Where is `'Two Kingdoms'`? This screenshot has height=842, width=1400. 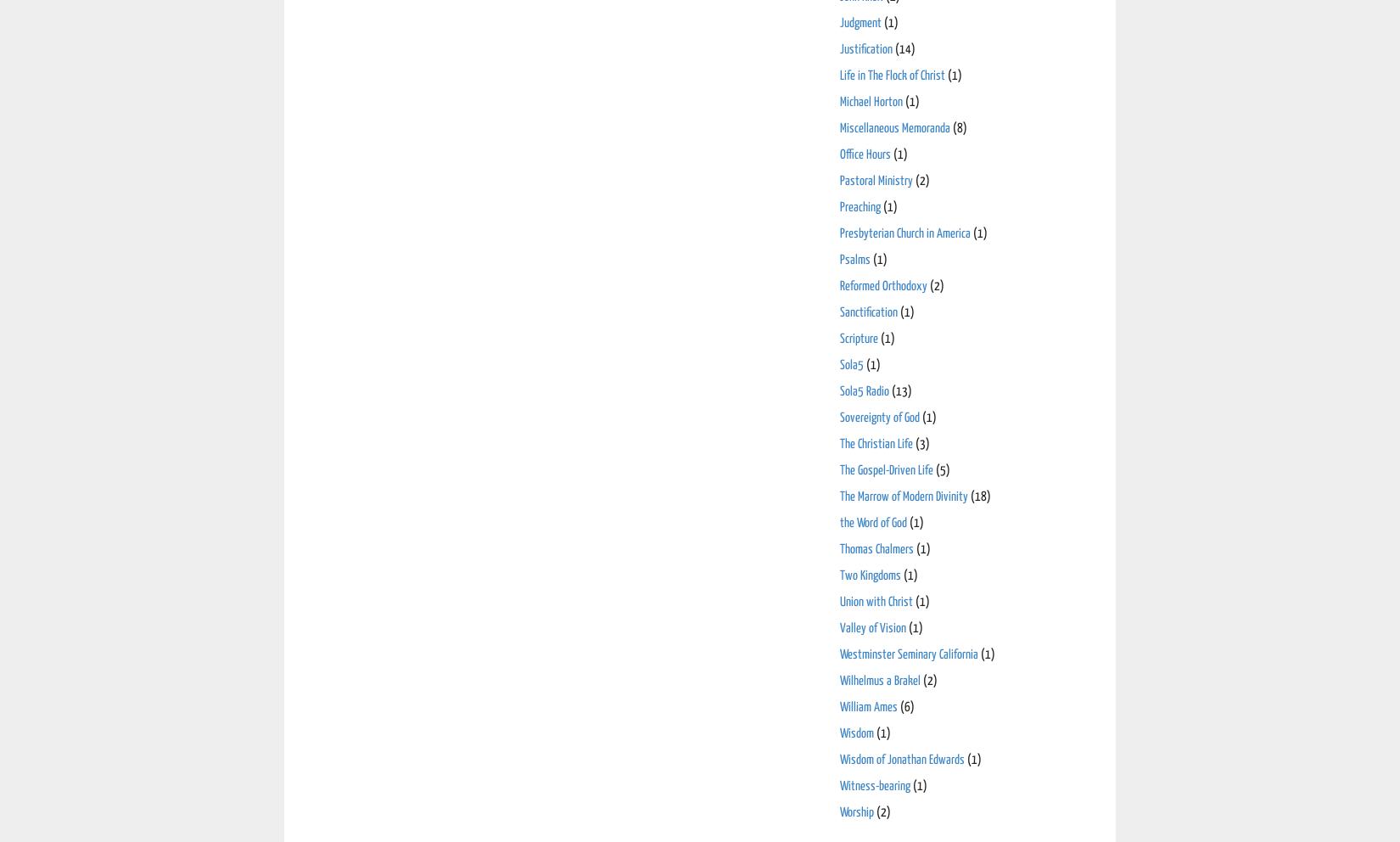 'Two Kingdoms' is located at coordinates (870, 574).